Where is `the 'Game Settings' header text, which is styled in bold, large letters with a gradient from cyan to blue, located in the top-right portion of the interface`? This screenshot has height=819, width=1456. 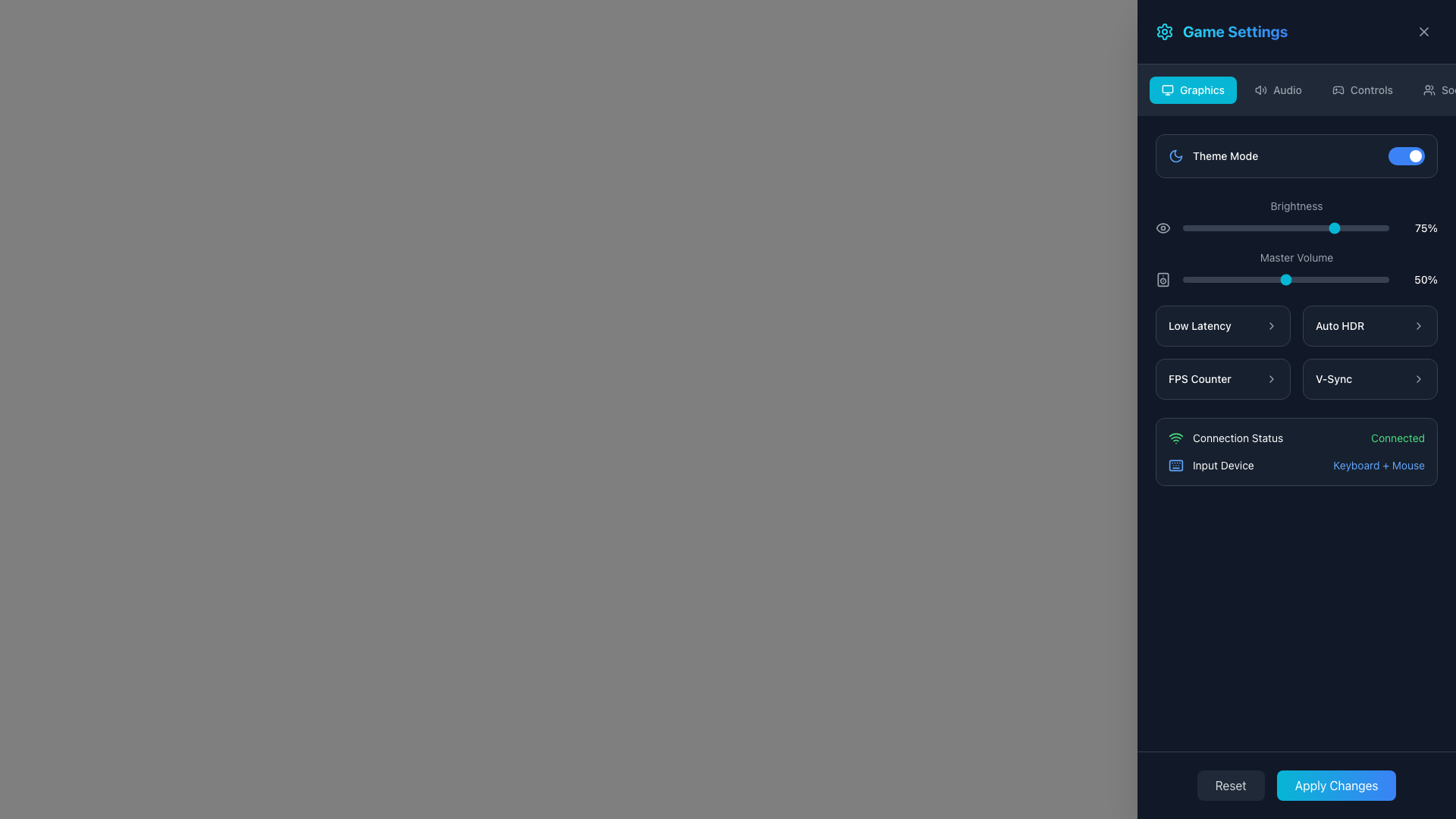 the 'Game Settings' header text, which is styled in bold, large letters with a gradient from cyan to blue, located in the top-right portion of the interface is located at coordinates (1235, 32).